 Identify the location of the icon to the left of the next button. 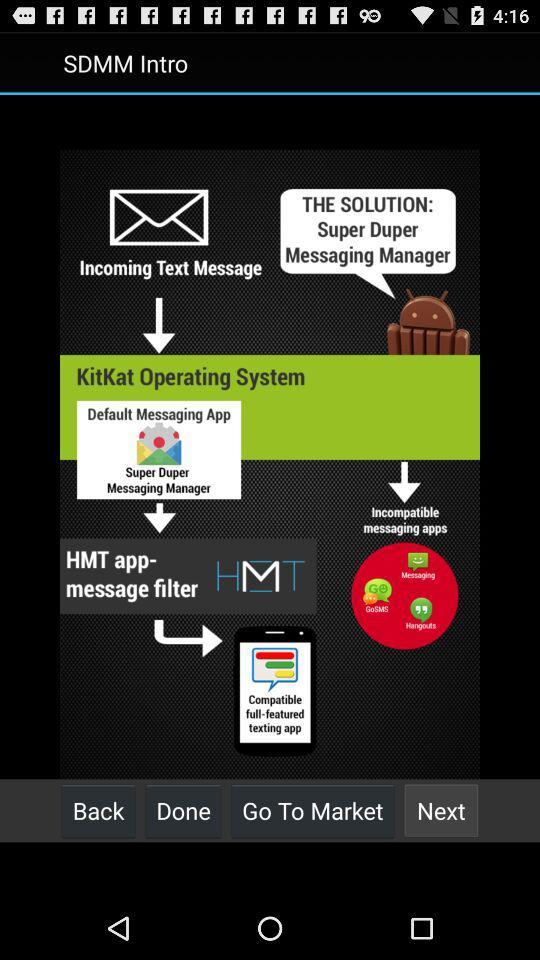
(312, 810).